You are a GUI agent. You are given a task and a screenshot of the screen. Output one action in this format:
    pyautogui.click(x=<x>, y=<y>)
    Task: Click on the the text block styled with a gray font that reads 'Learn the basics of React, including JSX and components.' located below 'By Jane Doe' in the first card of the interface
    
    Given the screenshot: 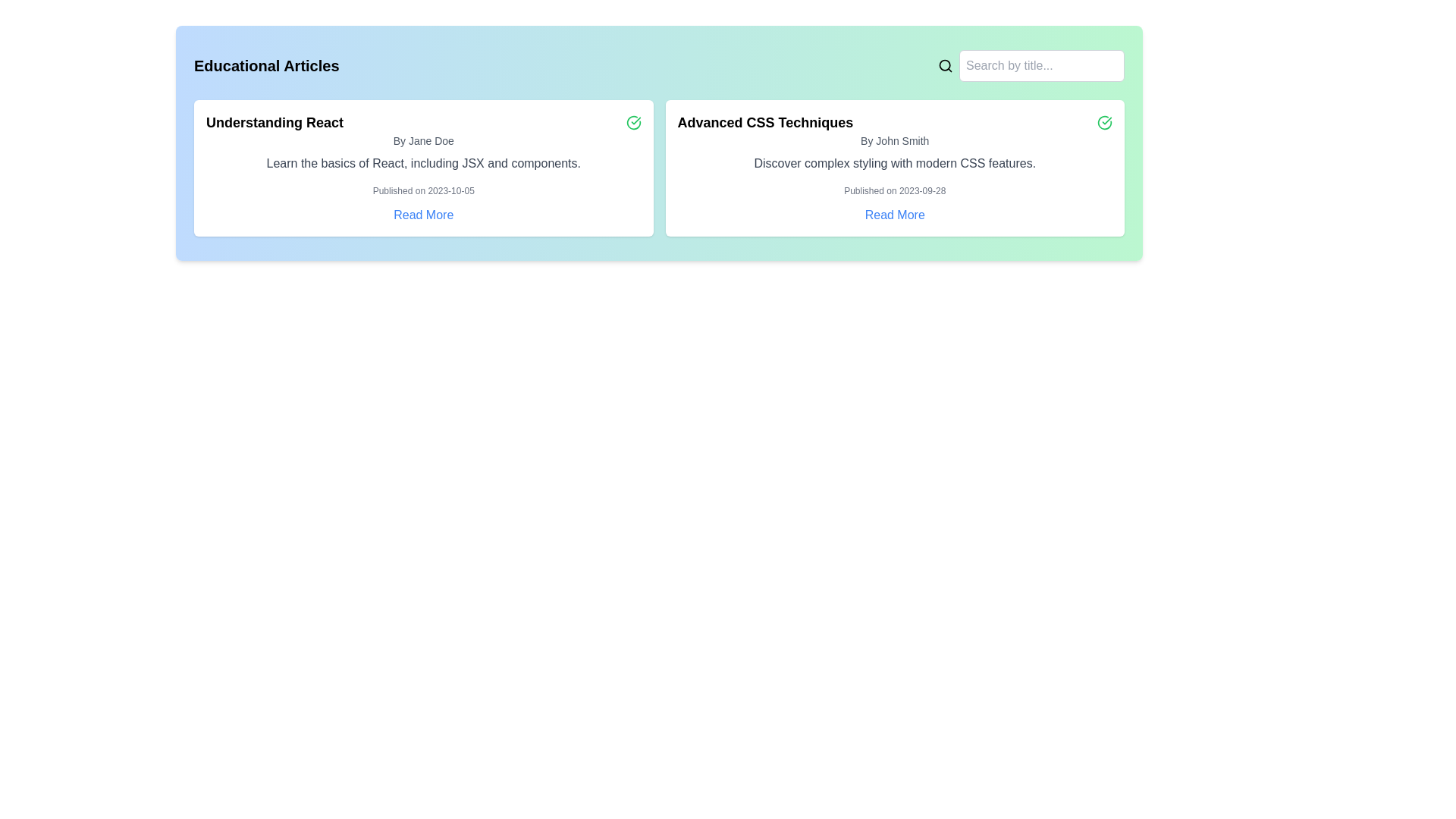 What is the action you would take?
    pyautogui.click(x=423, y=164)
    